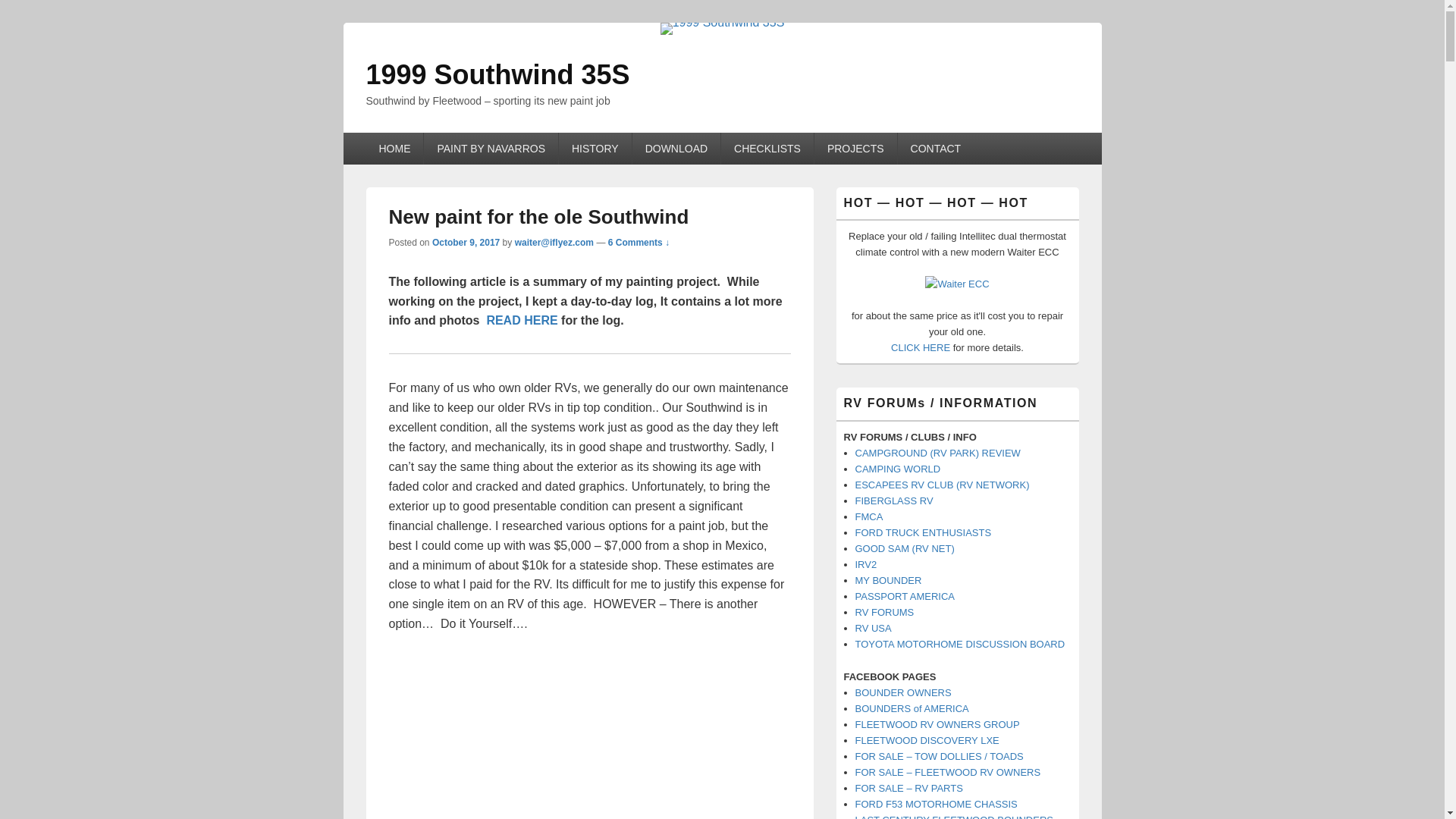  I want to click on 'CLICK HERE', so click(920, 347).